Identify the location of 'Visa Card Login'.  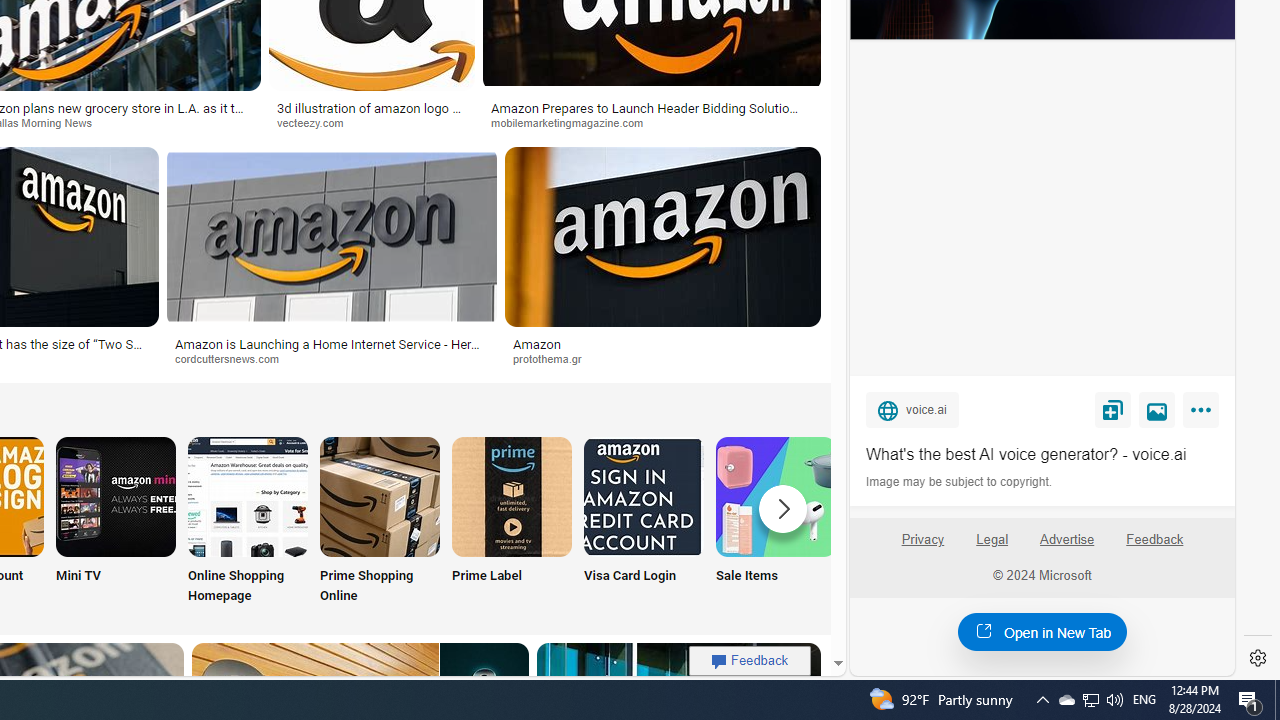
(643, 521).